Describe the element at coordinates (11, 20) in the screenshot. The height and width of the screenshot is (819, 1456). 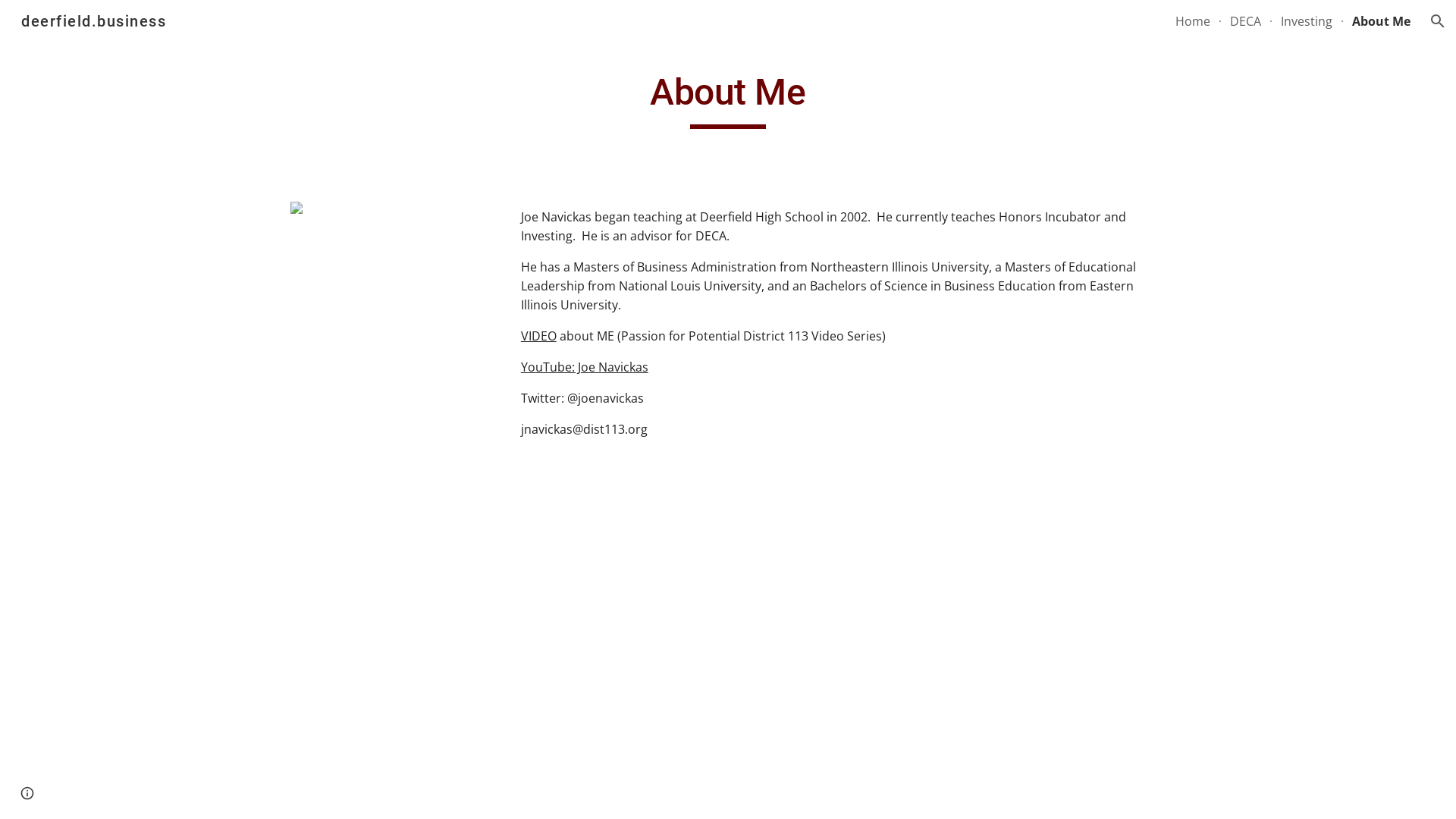
I see `'deerfield.business'` at that location.